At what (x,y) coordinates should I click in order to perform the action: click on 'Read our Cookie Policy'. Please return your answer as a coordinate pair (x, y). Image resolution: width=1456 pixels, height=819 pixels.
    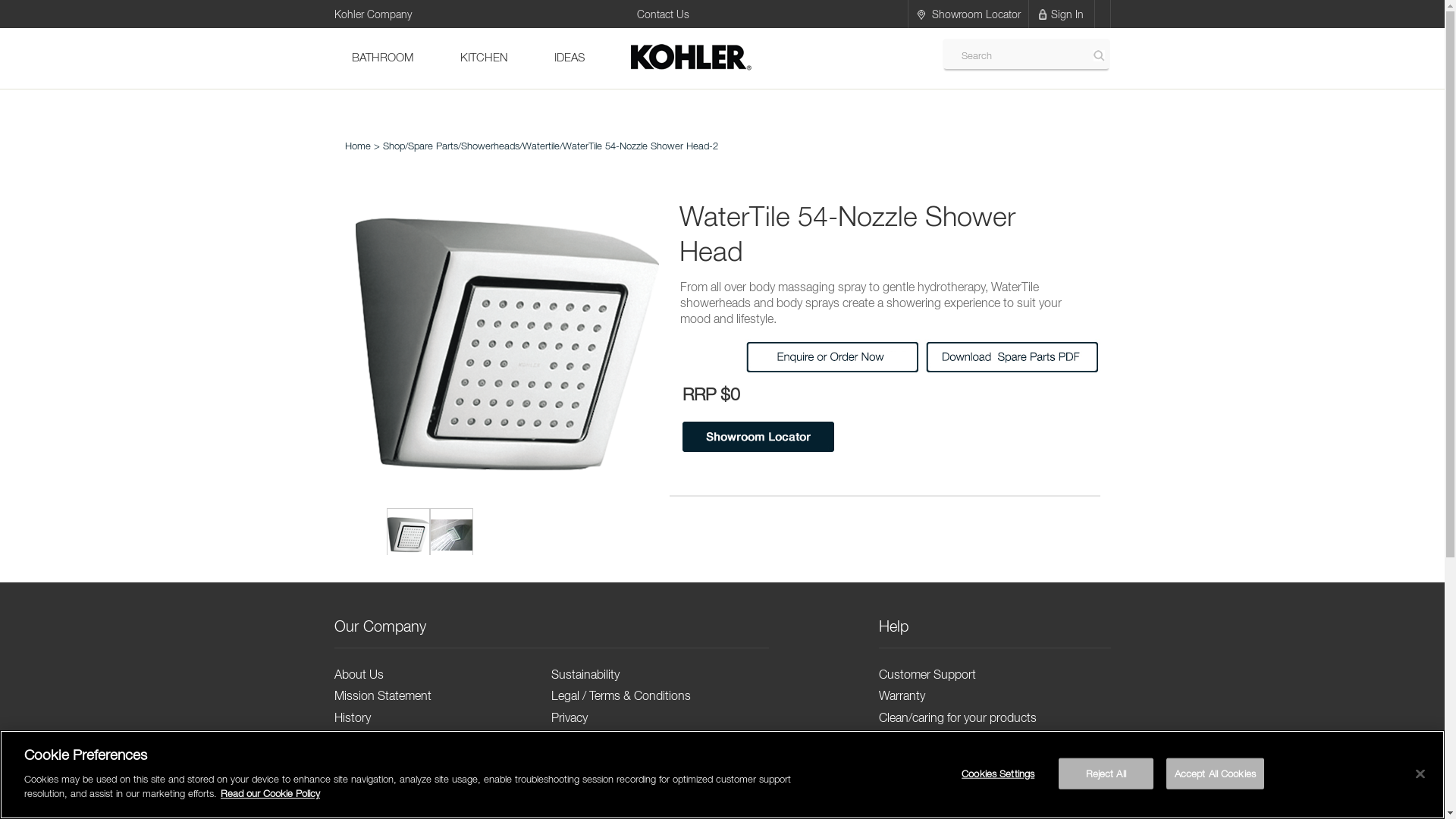
    Looking at the image, I should click on (270, 792).